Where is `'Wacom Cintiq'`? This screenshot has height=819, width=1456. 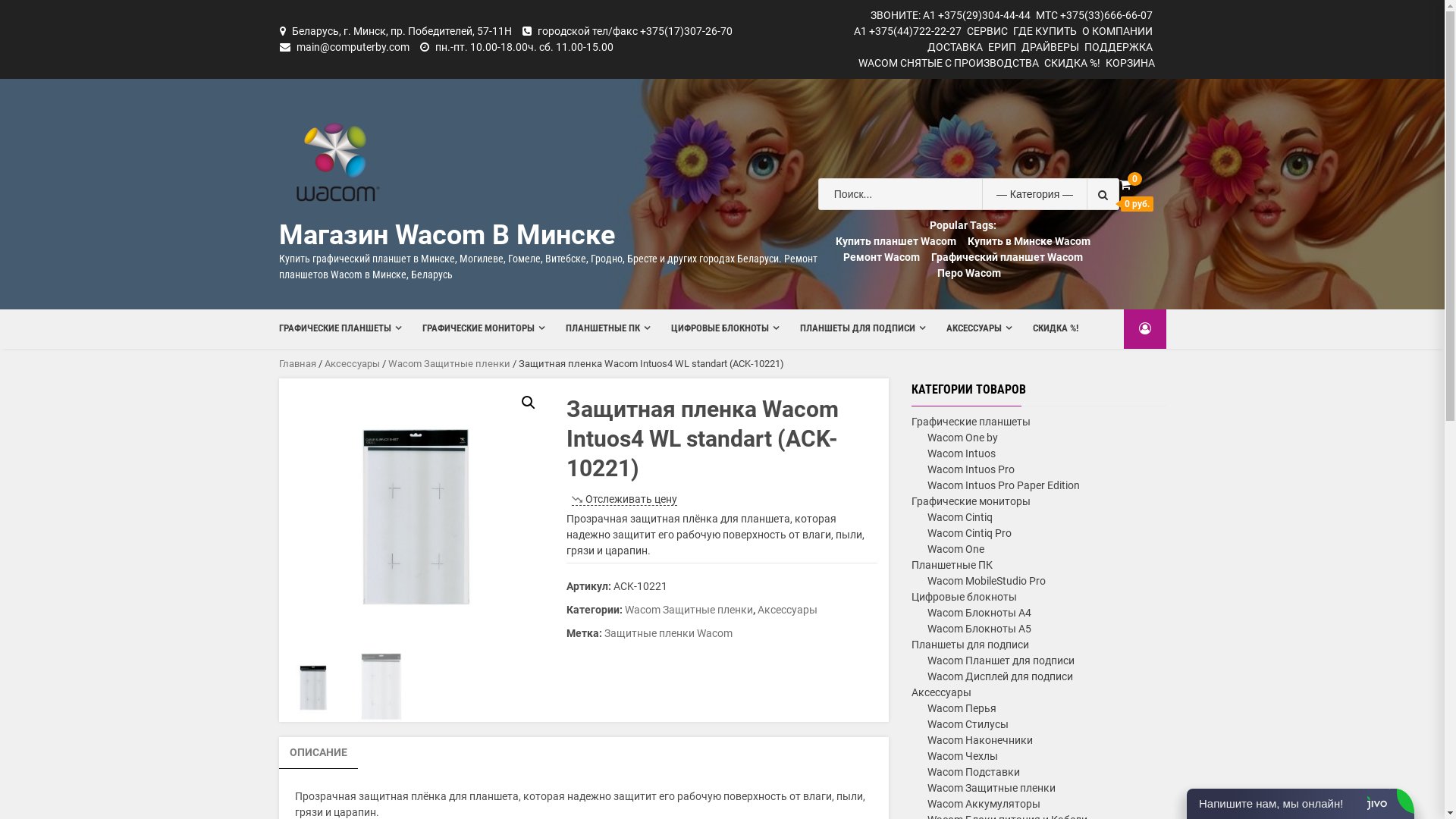 'Wacom Cintiq' is located at coordinates (959, 516).